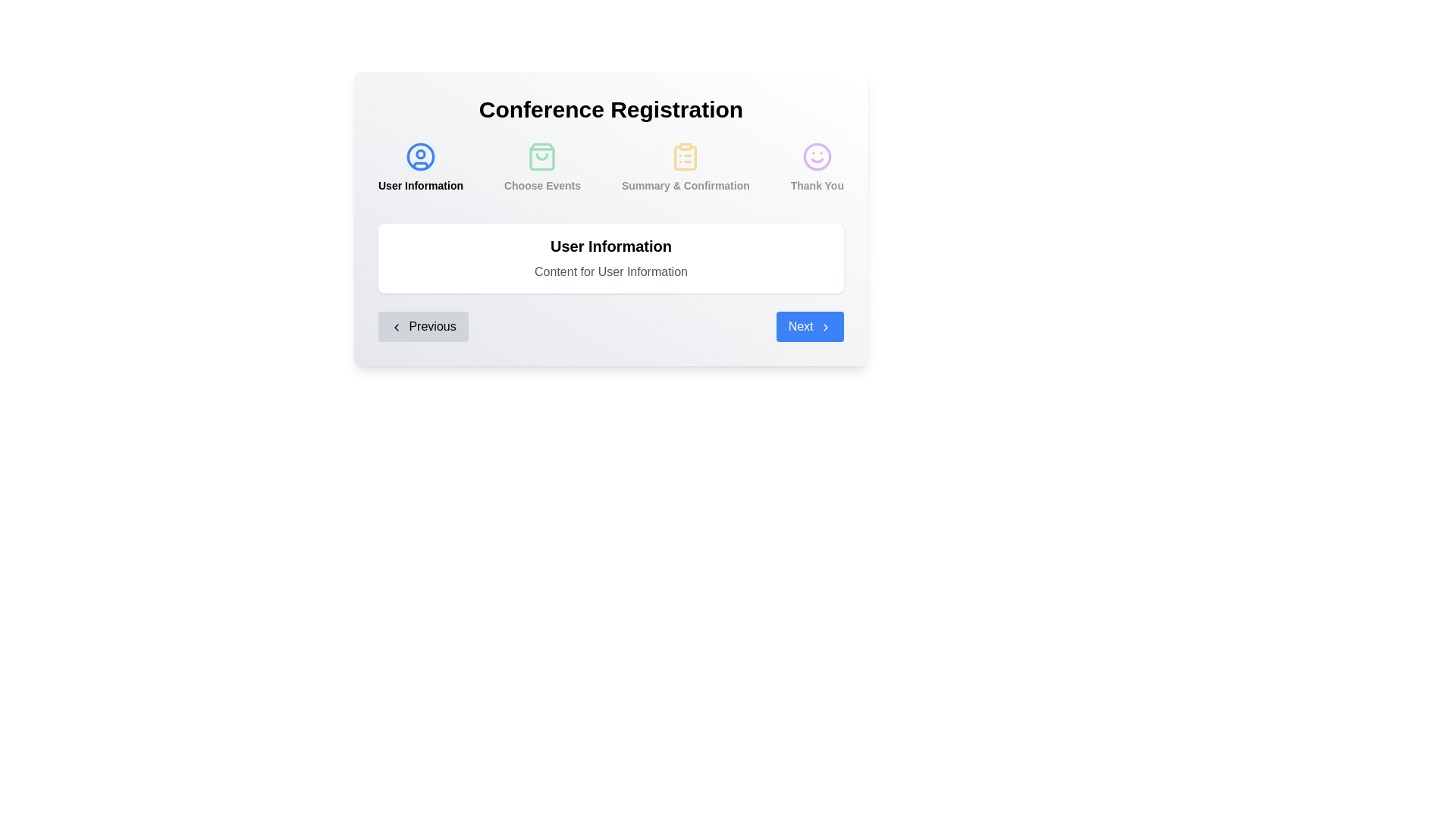 This screenshot has height=819, width=1456. What do you see at coordinates (685, 157) in the screenshot?
I see `the clipboard icon with a list, styled in yellow, located under the 'Summary & Confirmation' label, which is the third icon from the left in the row under 'Conference Registration'` at bounding box center [685, 157].